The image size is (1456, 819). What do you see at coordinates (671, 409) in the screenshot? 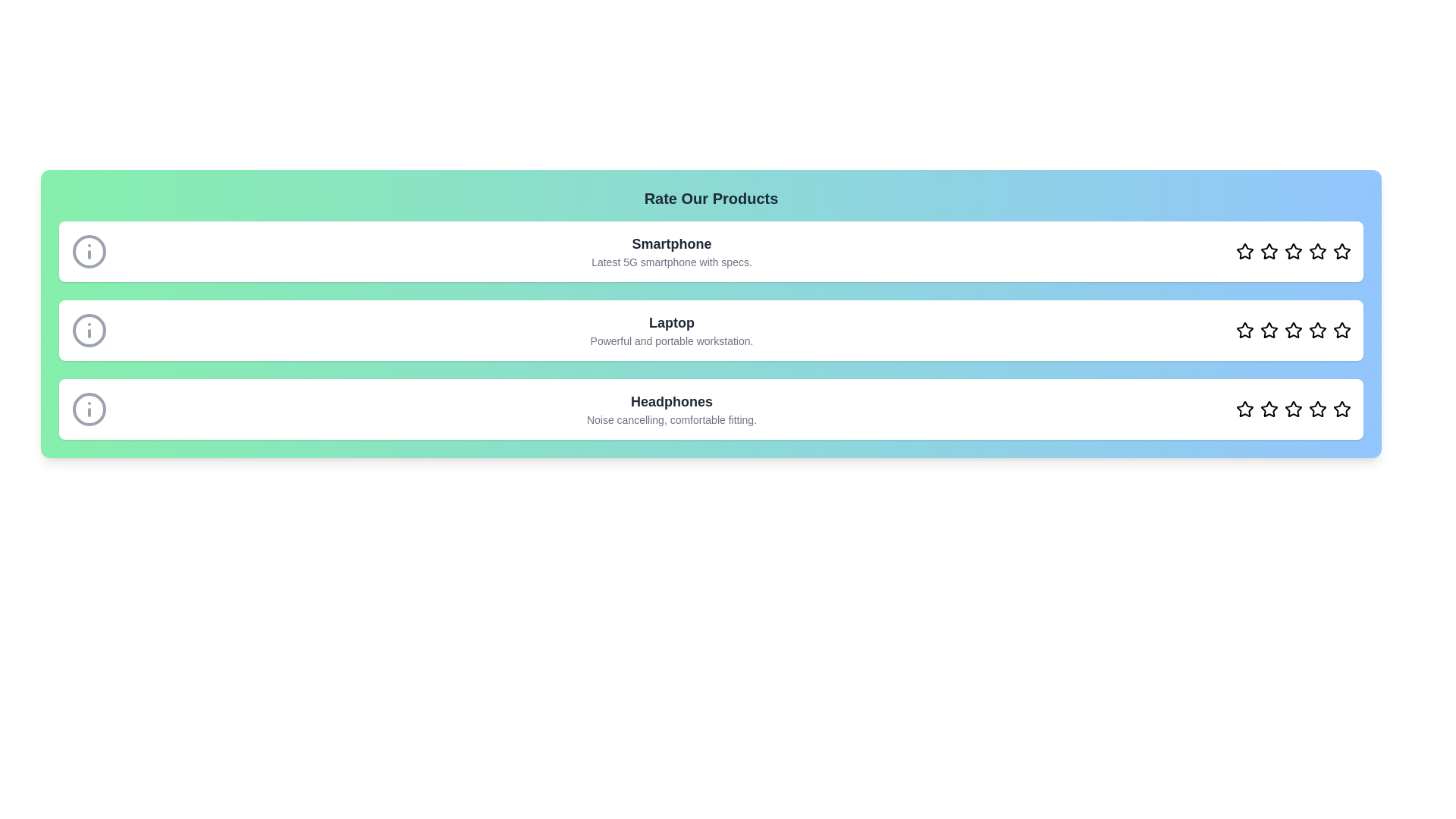
I see `the Text block that displays the title and description for the product 'Headphones', which is the third item in a vertically stacked list, located below 'Laptop' and above the product rating stars` at bounding box center [671, 409].